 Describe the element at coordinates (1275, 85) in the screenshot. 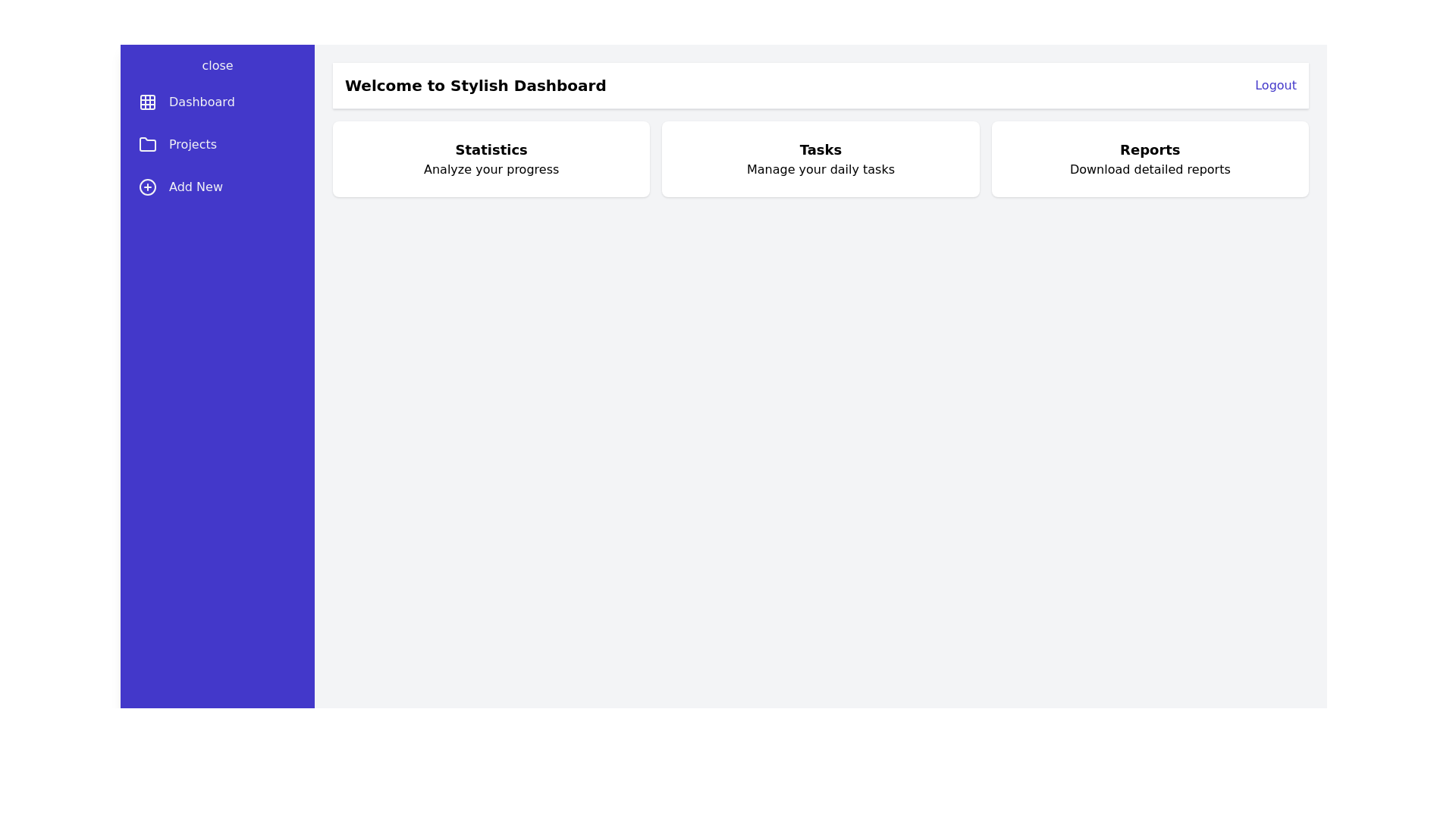

I see `the logout hyperlink located to the far right of the welcome message in the header section to log out of the application` at that location.